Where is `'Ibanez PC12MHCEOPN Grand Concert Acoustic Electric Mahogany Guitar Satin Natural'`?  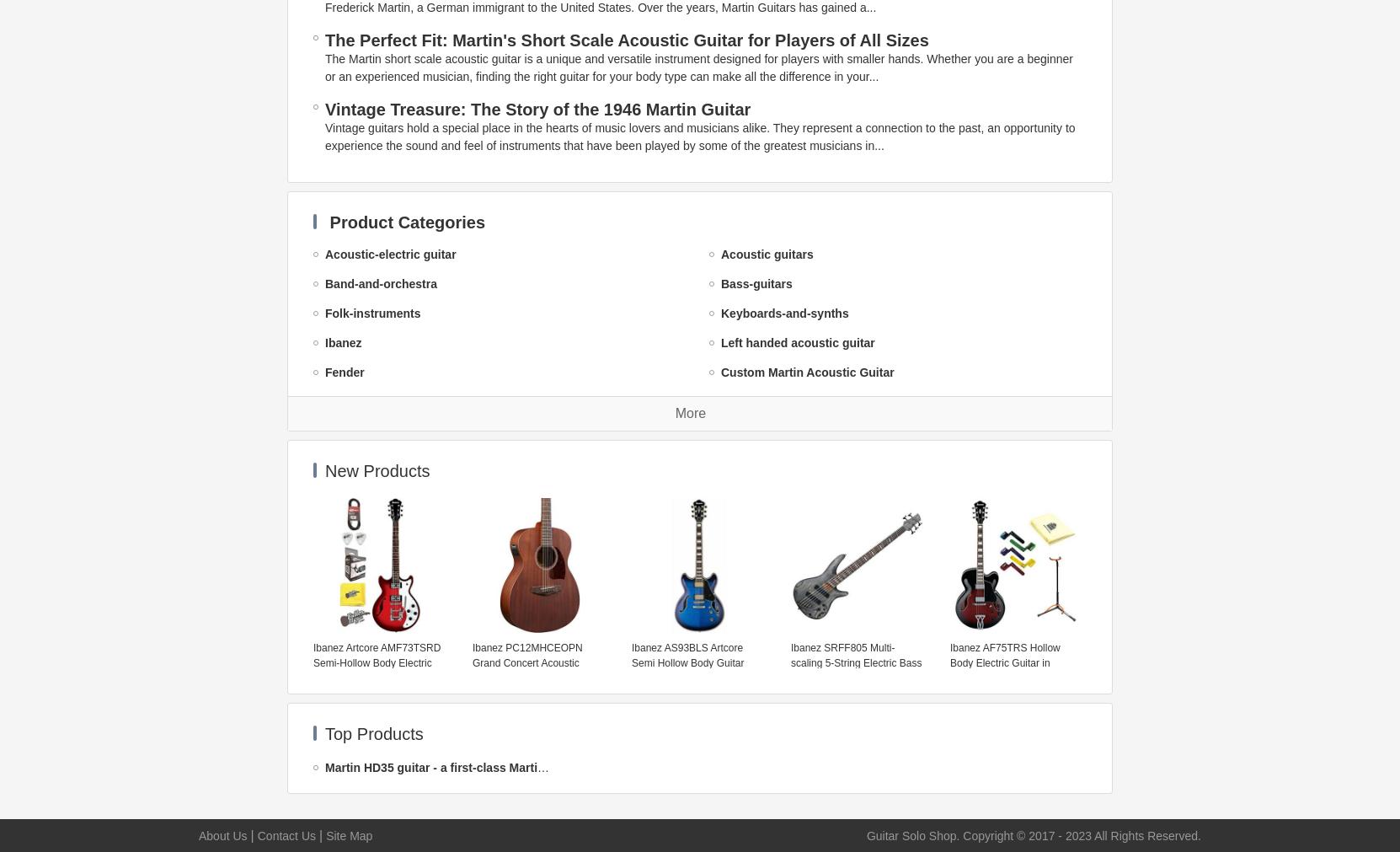 'Ibanez PC12MHCEOPN Grand Concert Acoustic Electric Mahogany Guitar Satin Natural' is located at coordinates (471, 669).